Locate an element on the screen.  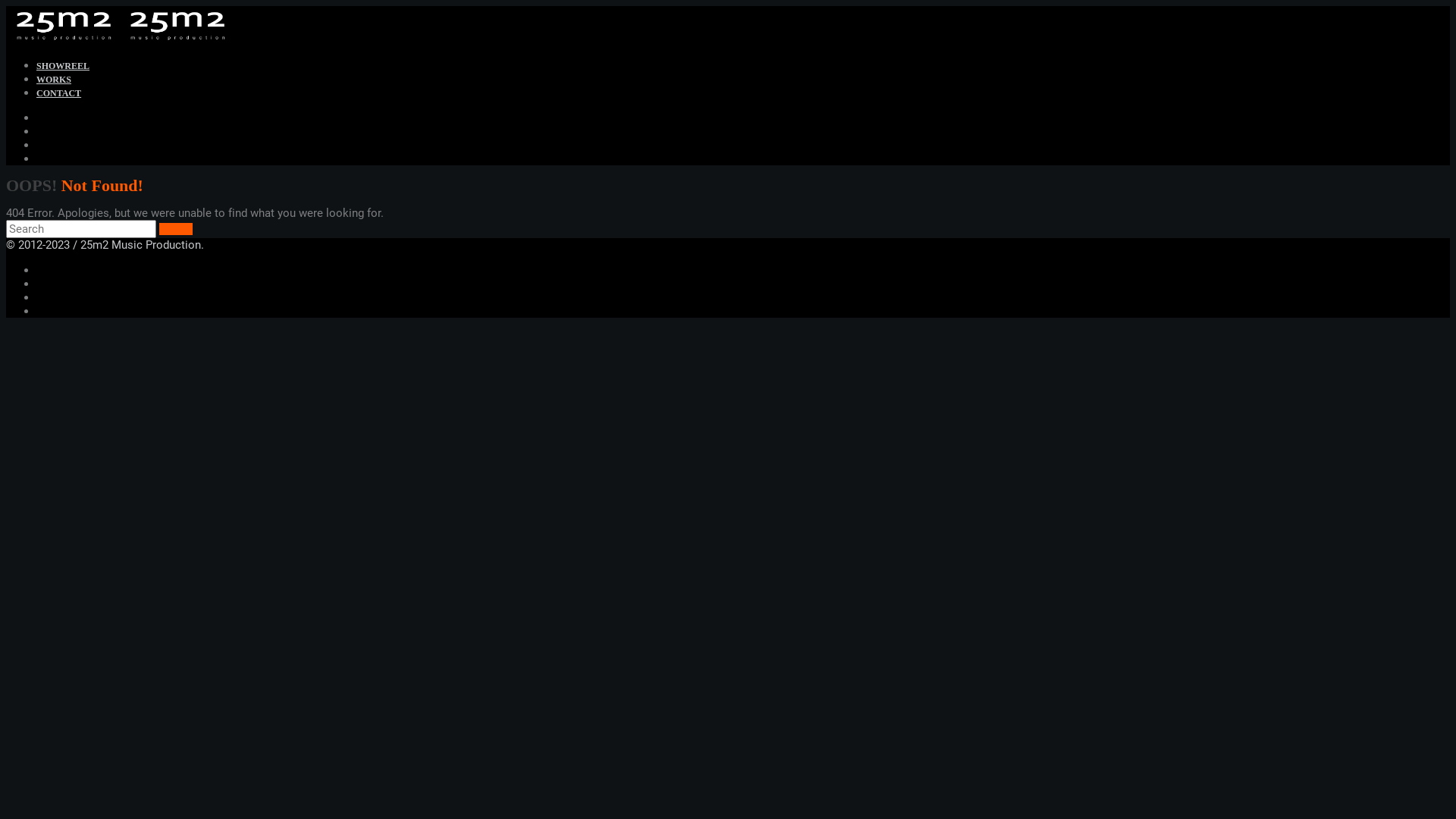
'SHOWREEL' is located at coordinates (61, 65).